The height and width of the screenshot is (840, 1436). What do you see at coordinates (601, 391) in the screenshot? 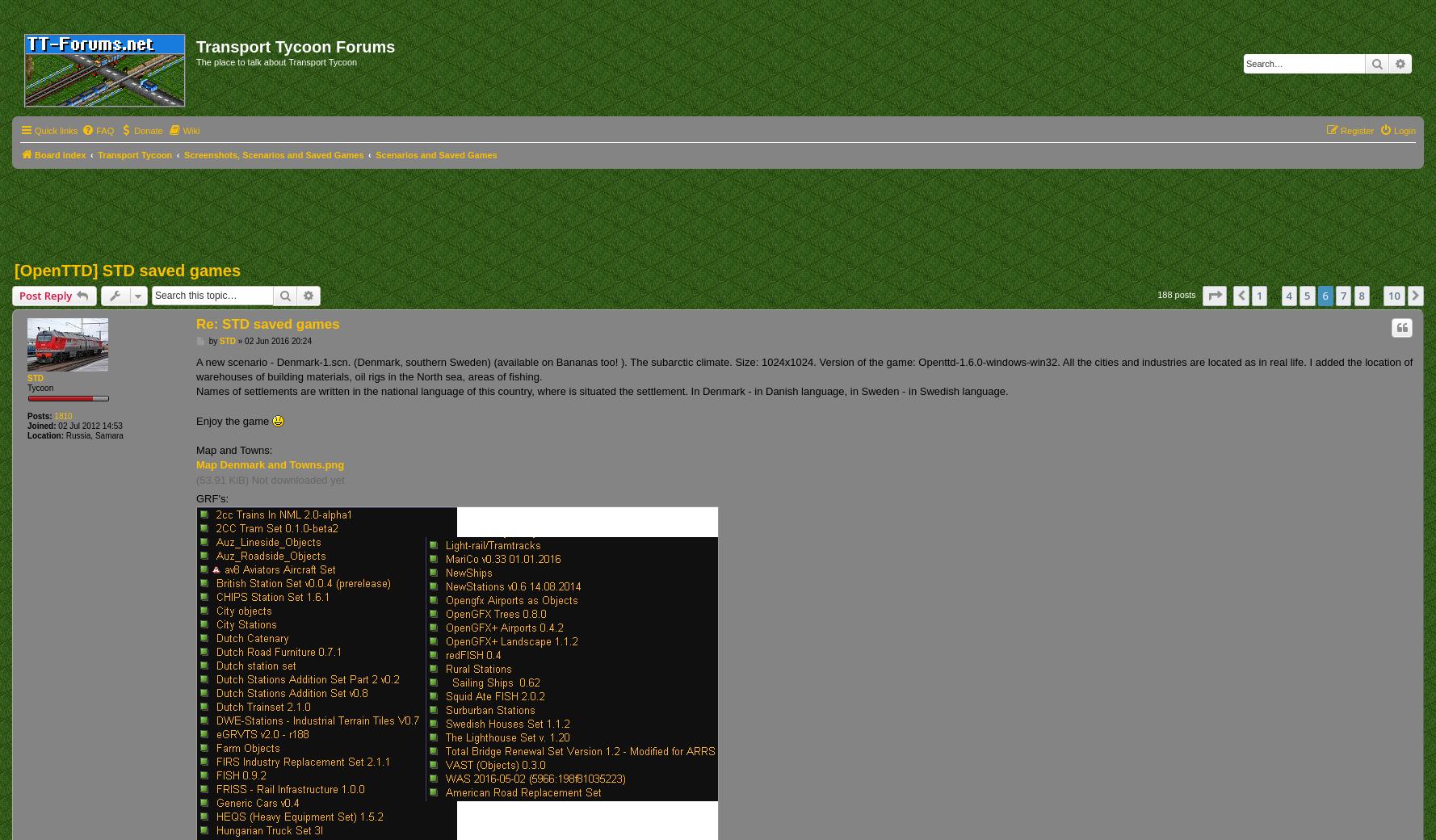
I see `'Names of settlements are written in the national language of this country, where is situated the settlement. In Denmark - in Danish language, in Sweden - in Swedish language.'` at bounding box center [601, 391].